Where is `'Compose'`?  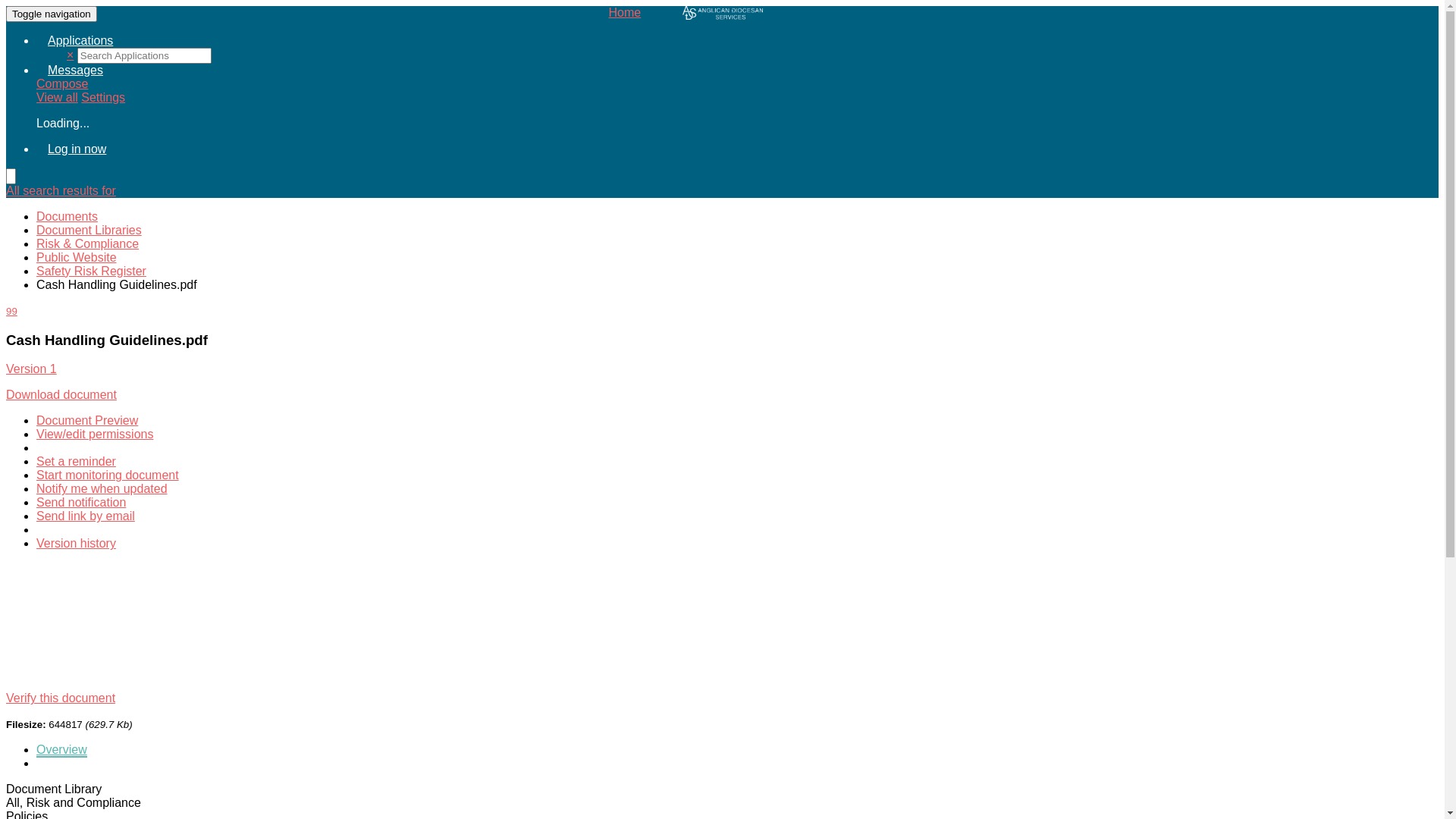 'Compose' is located at coordinates (61, 83).